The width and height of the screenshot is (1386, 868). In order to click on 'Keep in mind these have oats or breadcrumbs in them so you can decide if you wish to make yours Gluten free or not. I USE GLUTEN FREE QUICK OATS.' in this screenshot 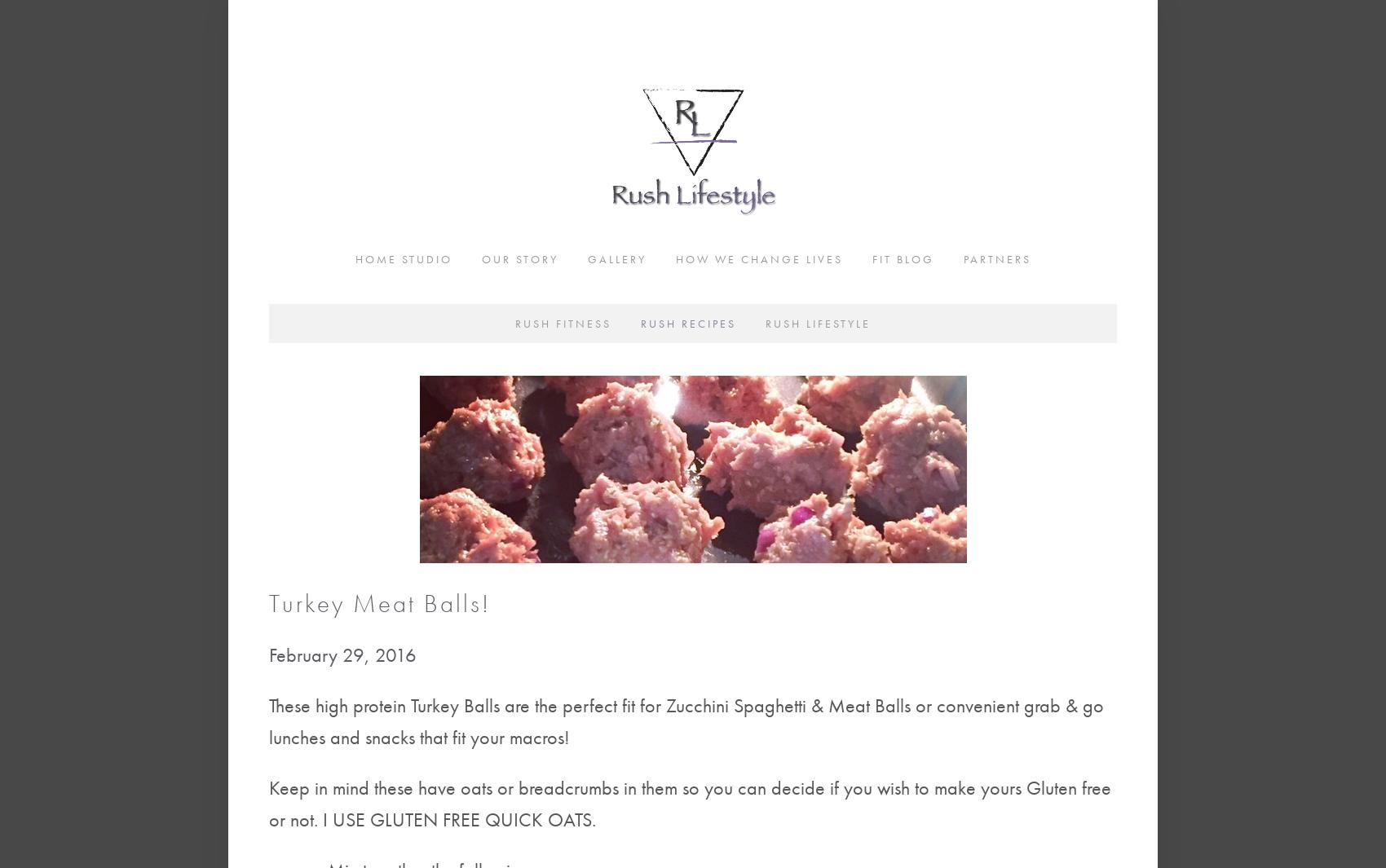, I will do `click(689, 803)`.